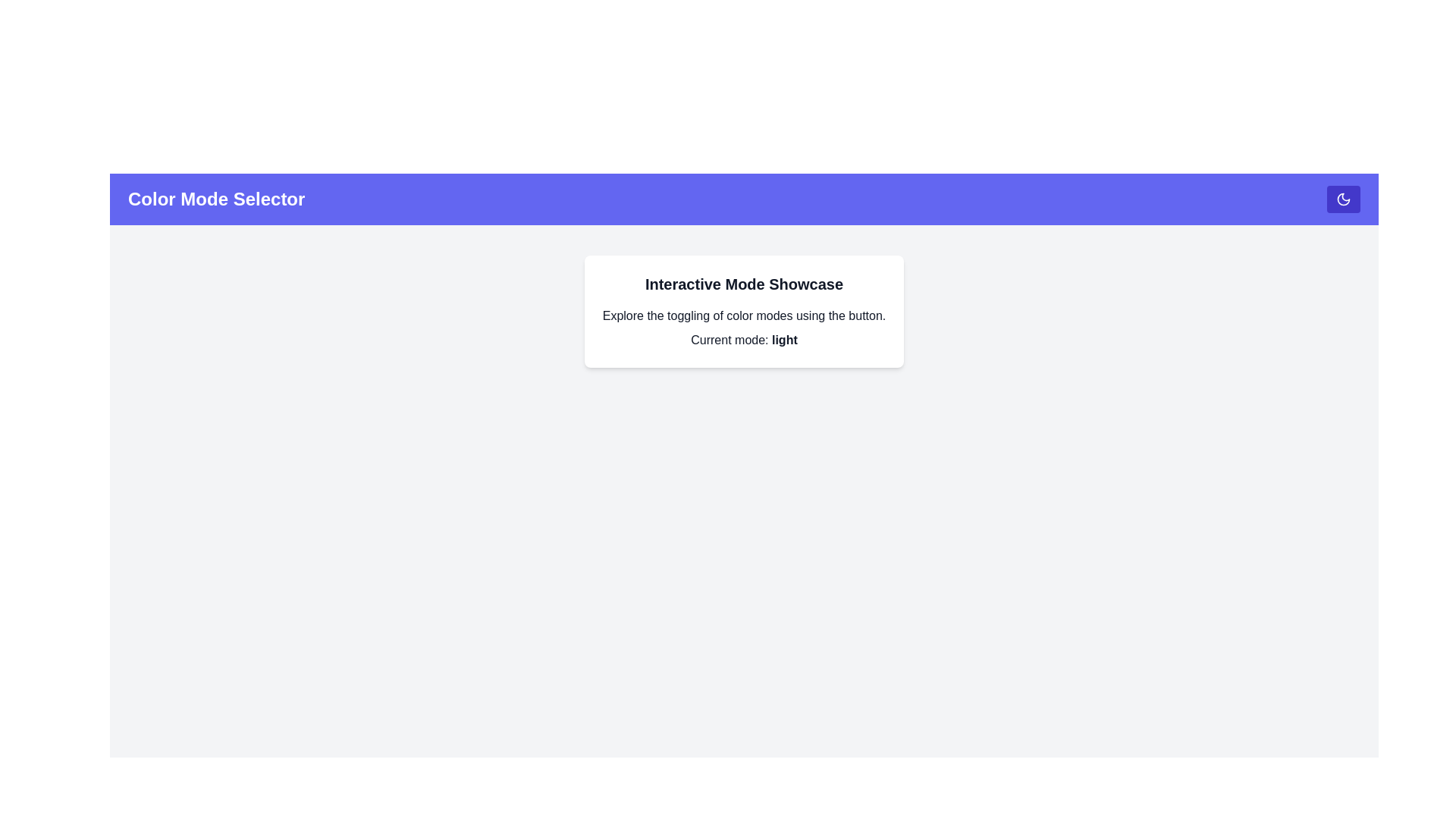 The width and height of the screenshot is (1456, 819). What do you see at coordinates (744, 327) in the screenshot?
I see `the Text block that provides information about the toggle feature for color modes, currently set to 'light', located below the 'Interactive Mode Showcase' text` at bounding box center [744, 327].